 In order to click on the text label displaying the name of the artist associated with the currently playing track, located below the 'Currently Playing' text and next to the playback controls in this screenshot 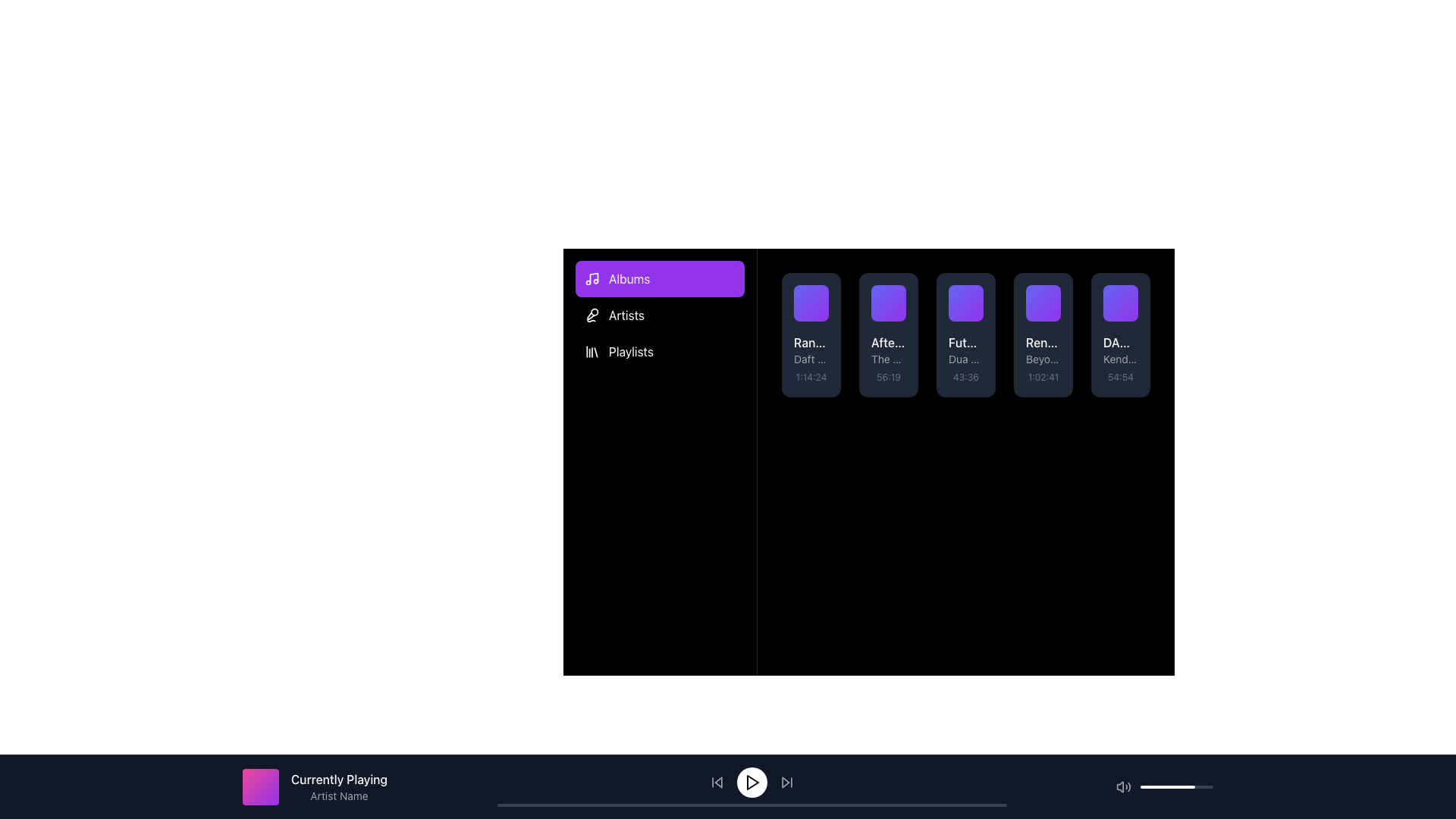, I will do `click(338, 795)`.